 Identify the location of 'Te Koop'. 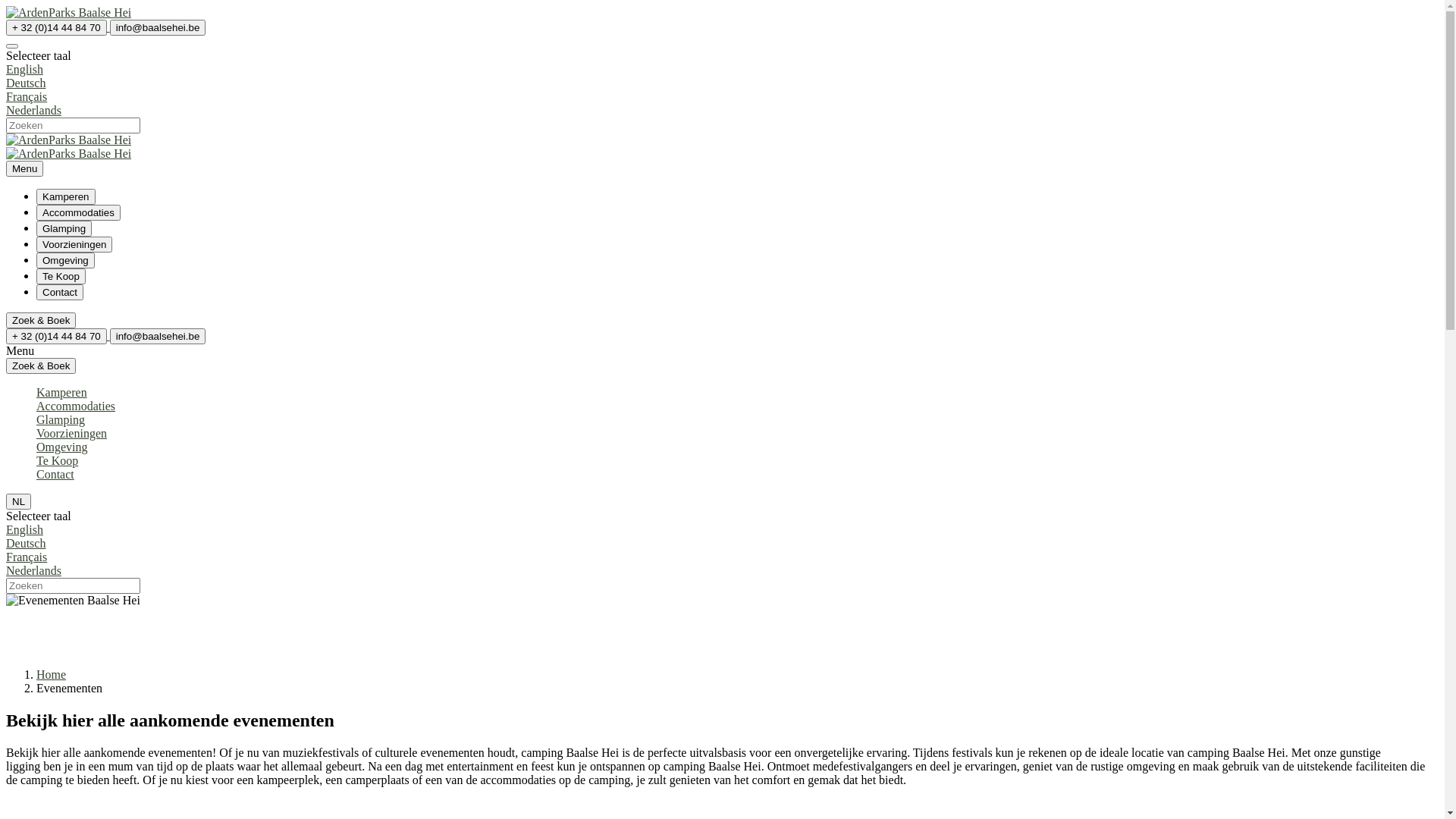
(61, 275).